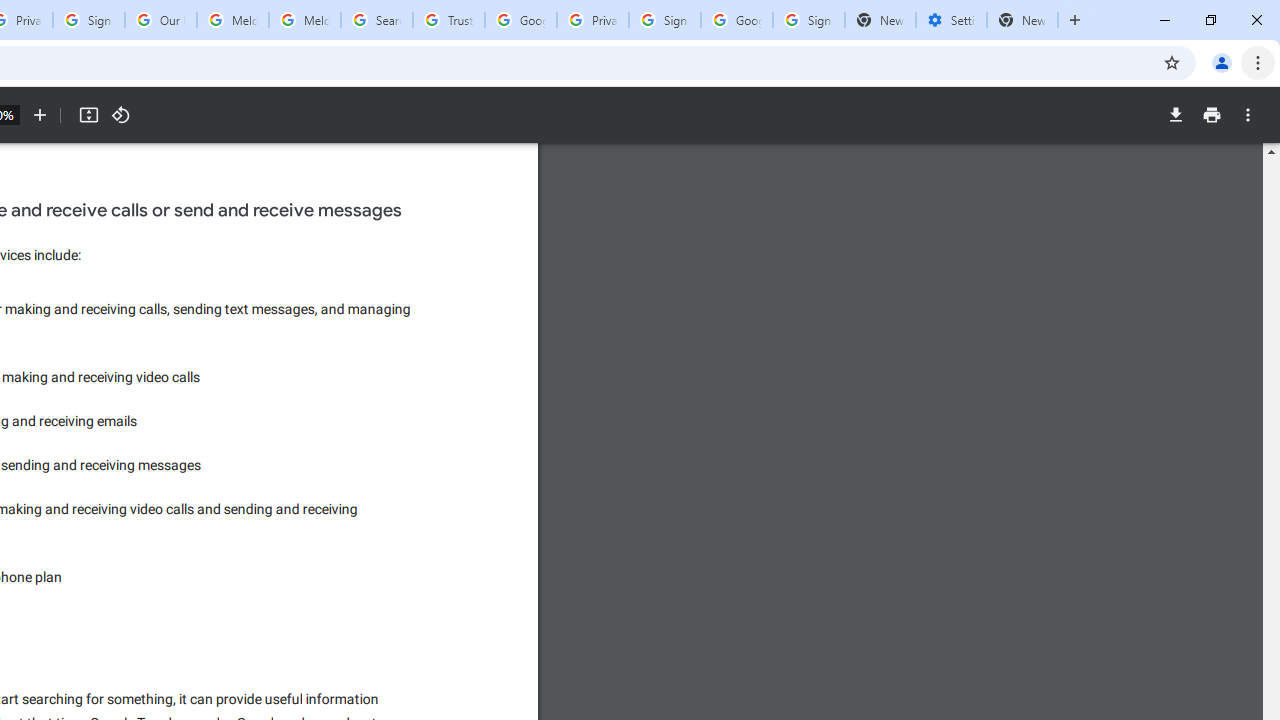 Image resolution: width=1280 pixels, height=720 pixels. I want to click on 'More actions', so click(1247, 115).